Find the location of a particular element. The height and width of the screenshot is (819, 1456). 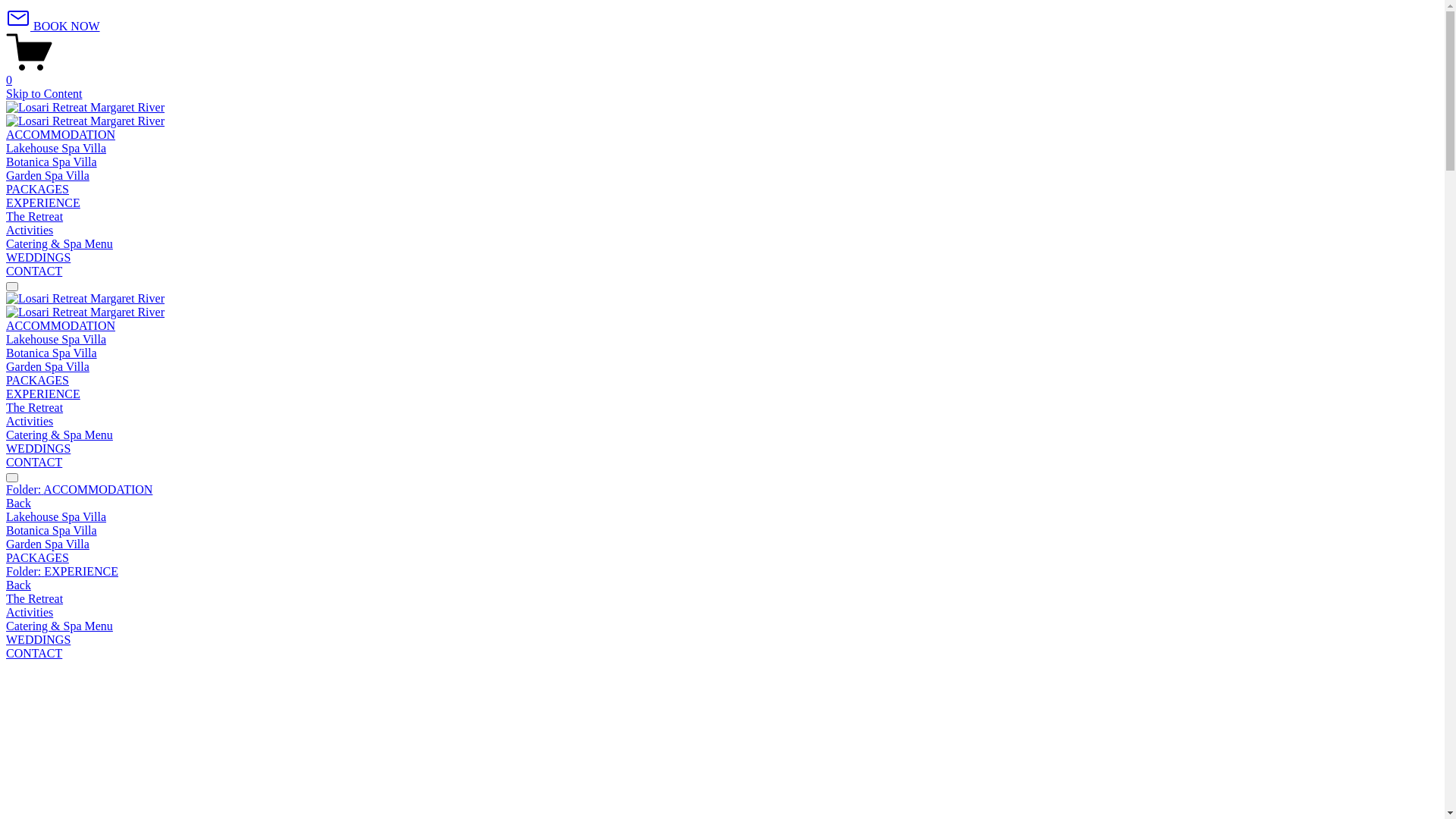

'BOOK NOW' is located at coordinates (53, 26).